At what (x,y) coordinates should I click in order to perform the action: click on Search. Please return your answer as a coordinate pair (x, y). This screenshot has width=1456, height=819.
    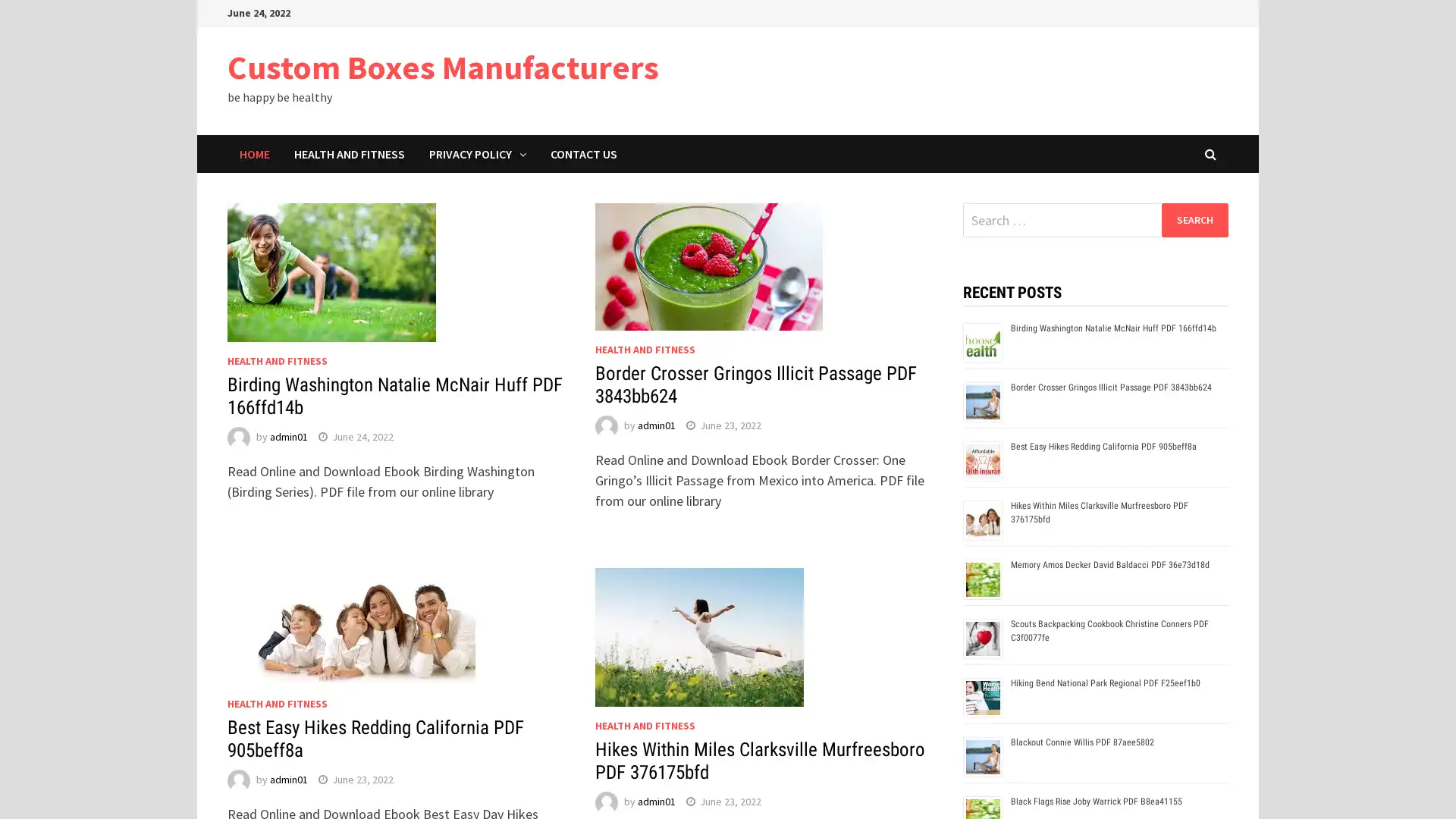
    Looking at the image, I should click on (1194, 219).